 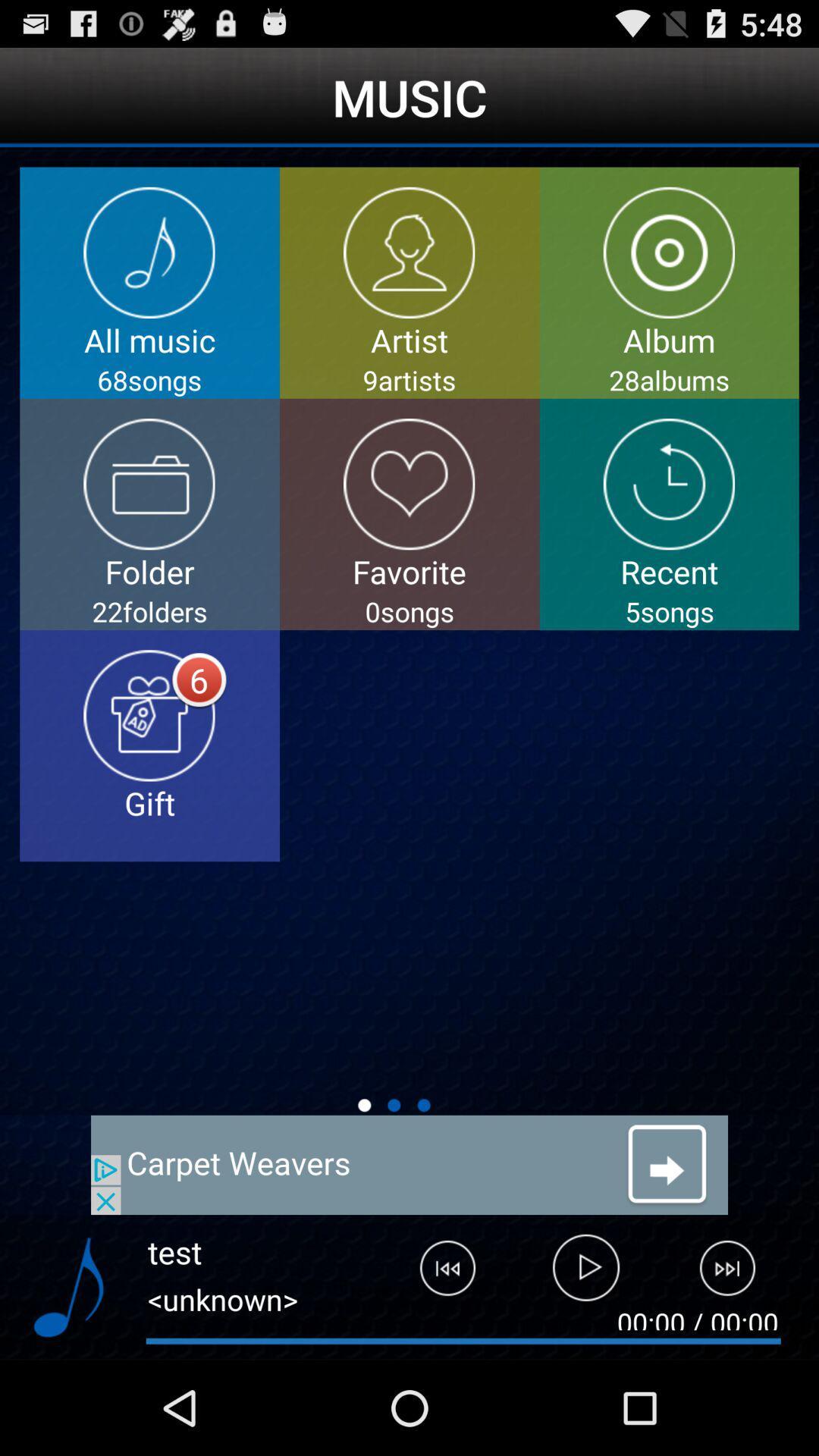 I want to click on the skip_next icon, so click(x=736, y=1364).